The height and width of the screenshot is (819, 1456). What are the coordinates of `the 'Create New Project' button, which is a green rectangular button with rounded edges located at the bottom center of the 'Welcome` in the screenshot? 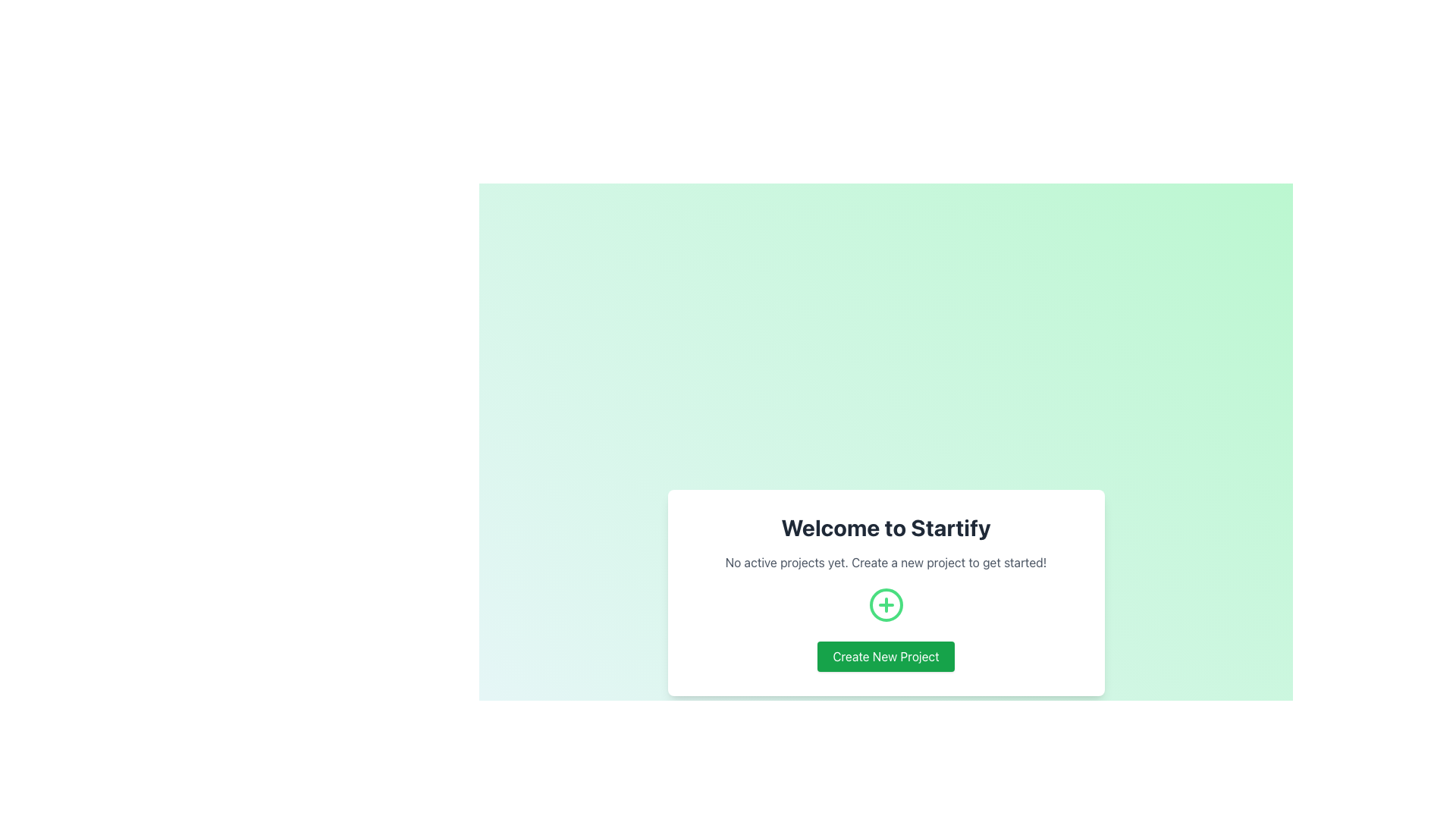 It's located at (886, 656).